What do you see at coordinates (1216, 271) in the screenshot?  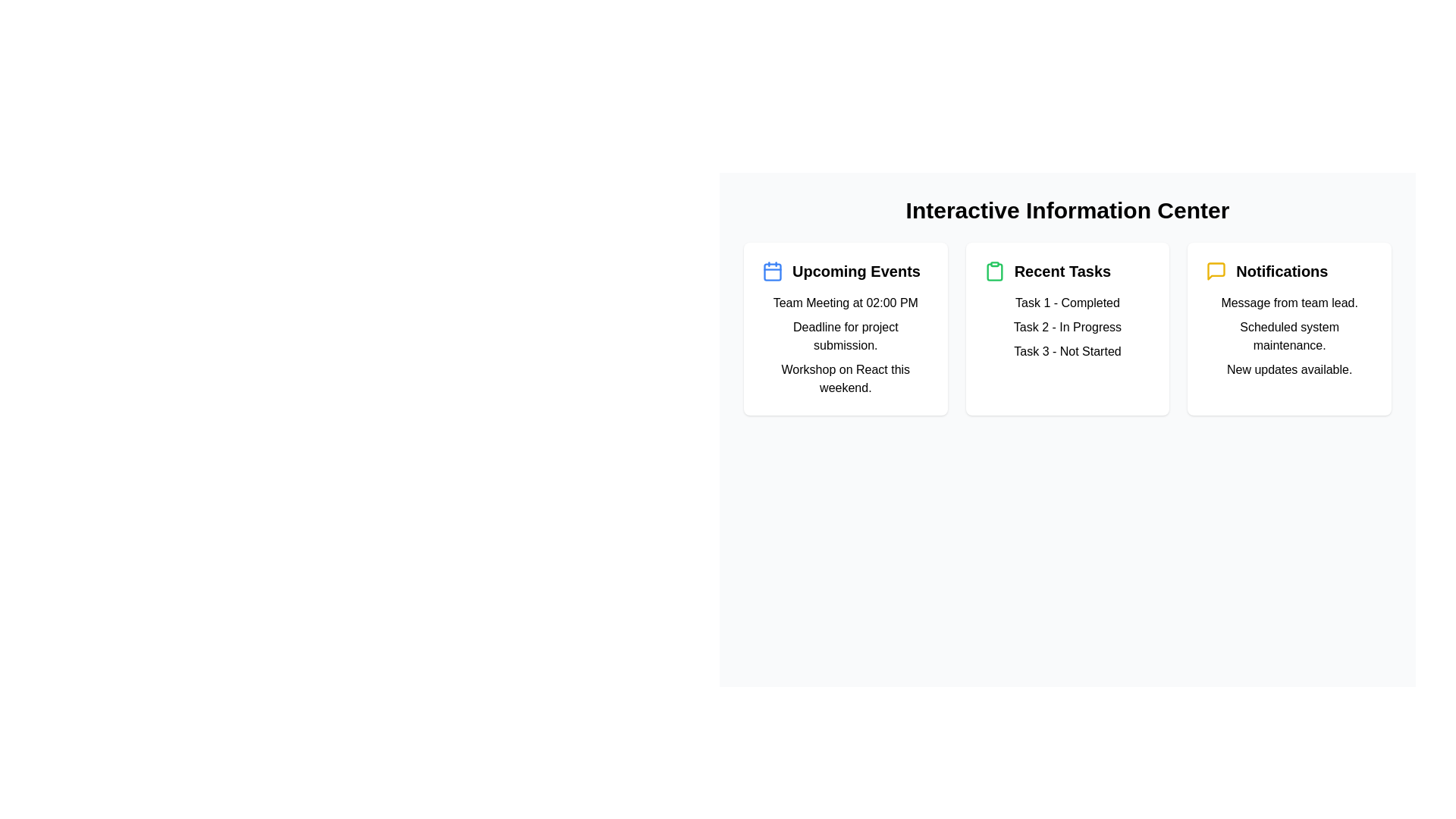 I see `the yellow message bubble icon located to the left of the text 'Notifications'` at bounding box center [1216, 271].